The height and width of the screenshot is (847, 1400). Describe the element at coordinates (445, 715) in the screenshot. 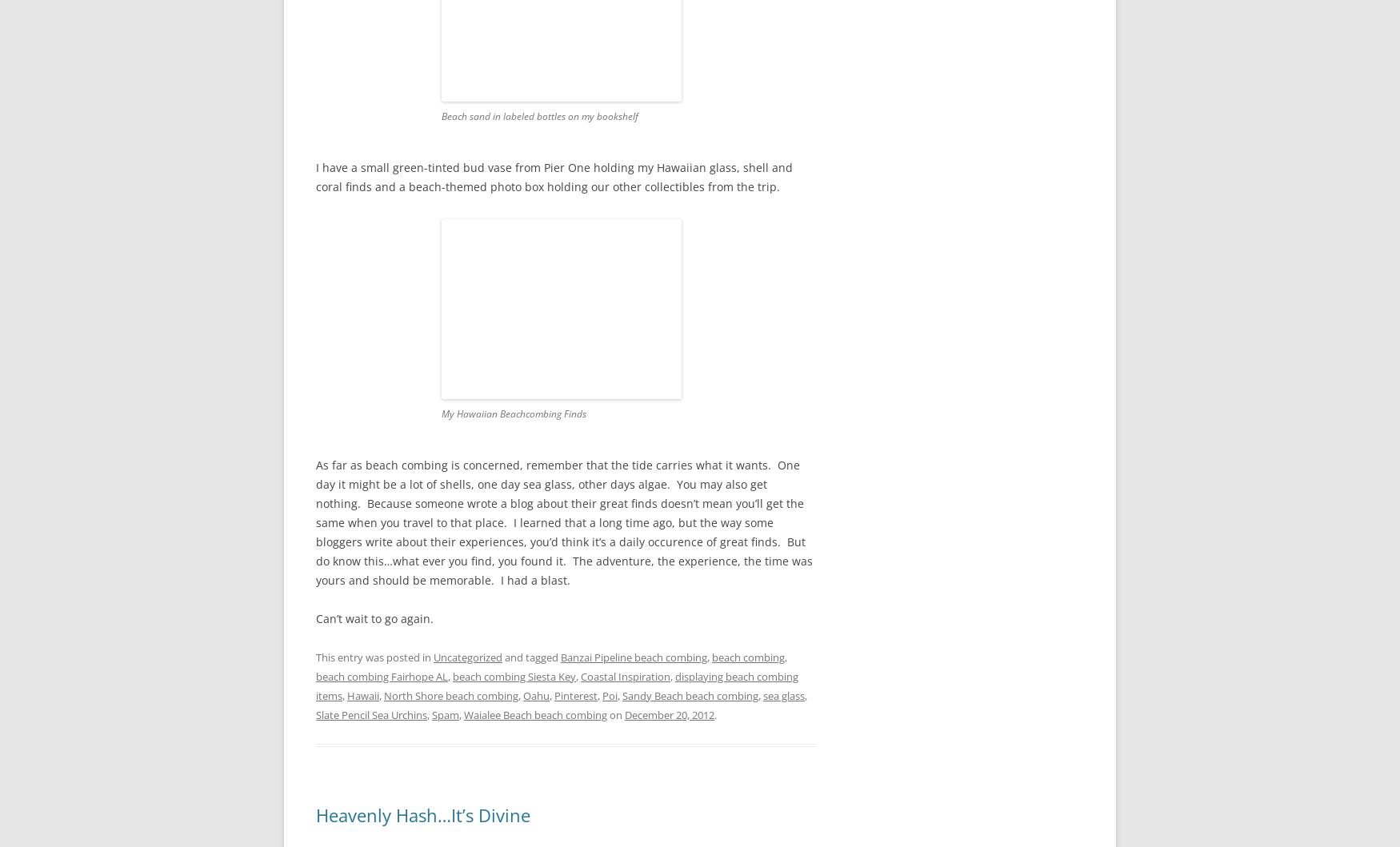

I see `'Spam'` at that location.